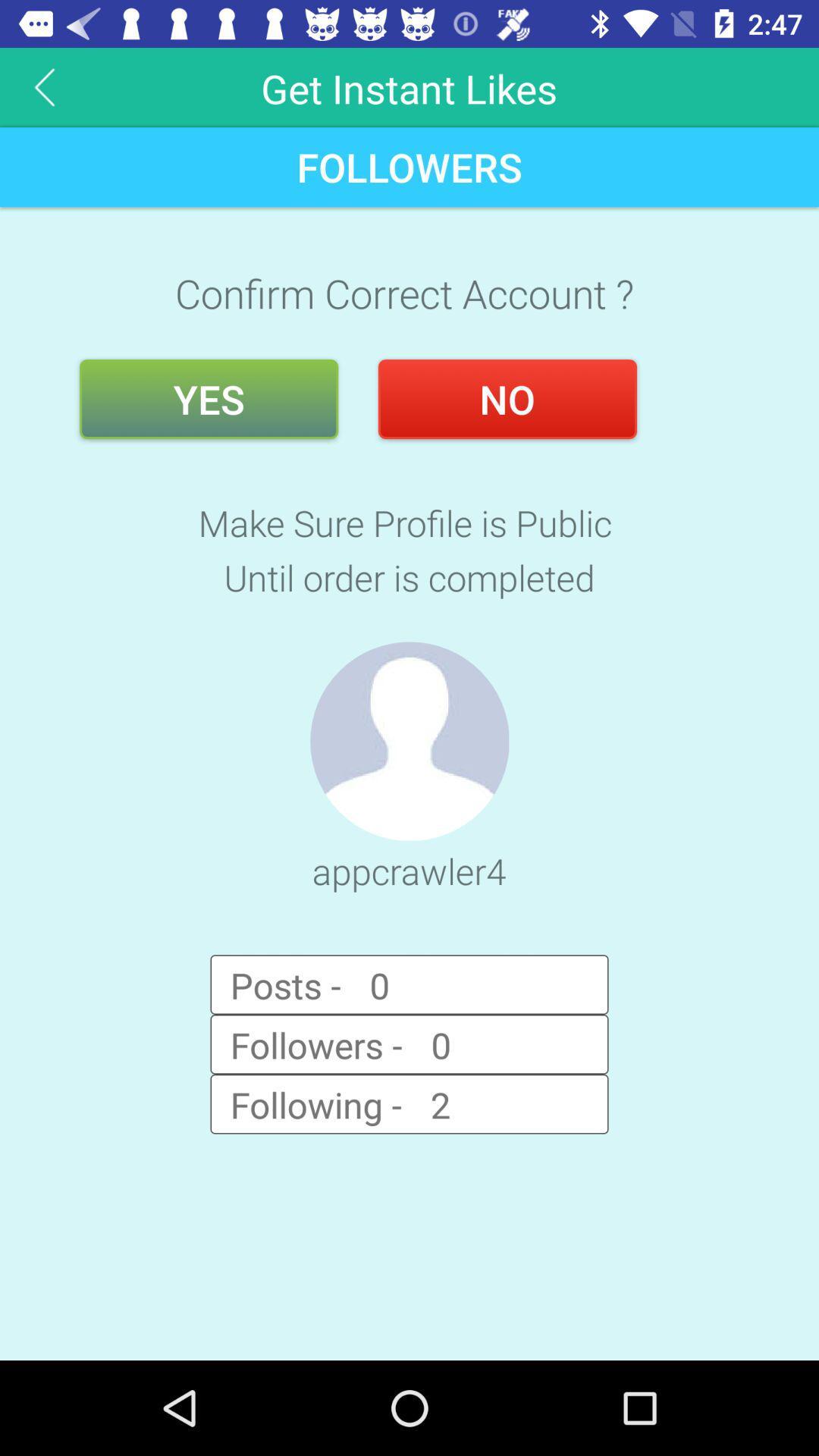 The image size is (819, 1456). What do you see at coordinates (209, 399) in the screenshot?
I see `the item next to no` at bounding box center [209, 399].